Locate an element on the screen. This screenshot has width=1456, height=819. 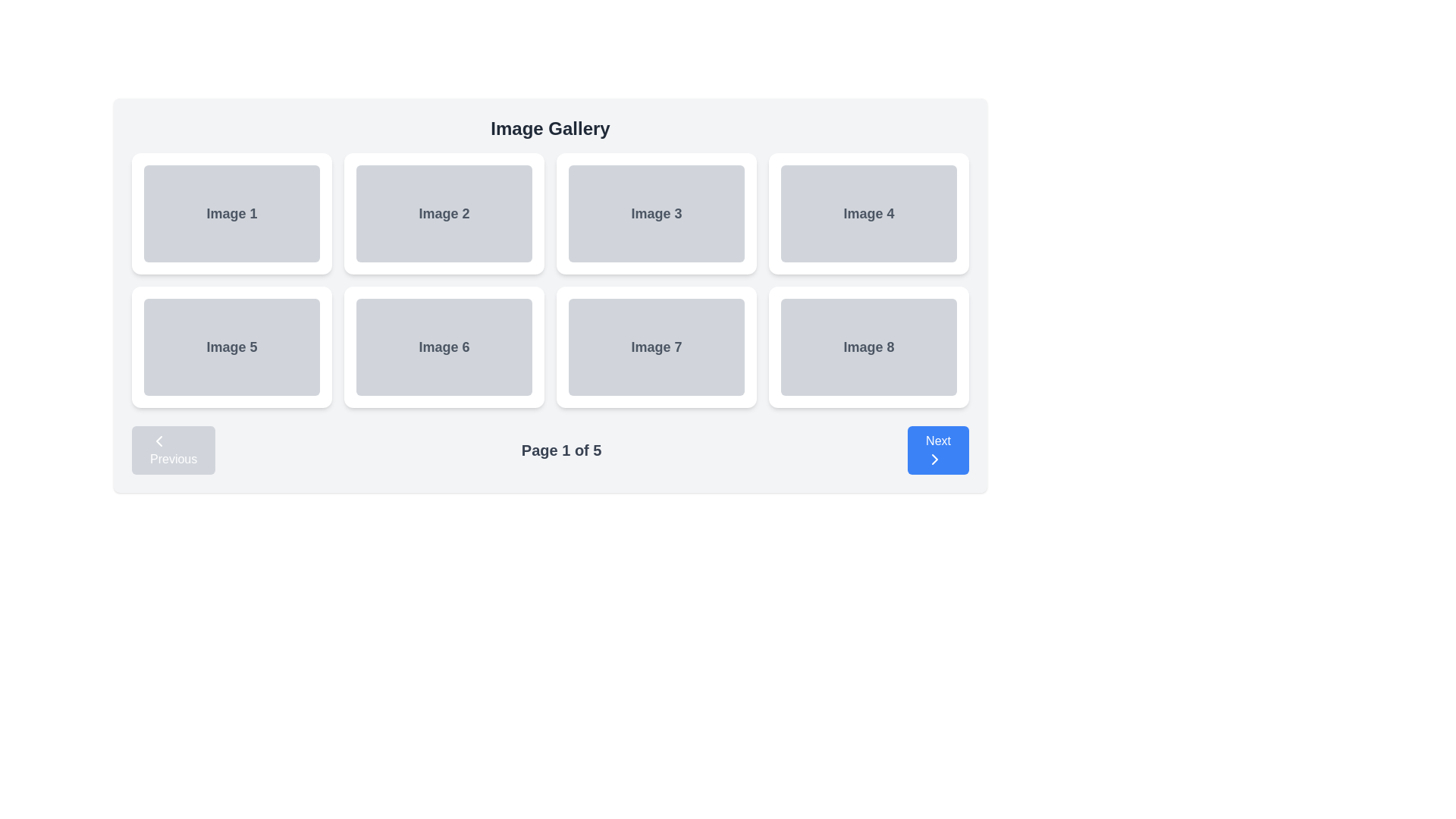
the Gallery tile labeled 'Image 8' which has a light gray background and rounded corners, located in the second row and fourth column of a 4x2 grid layout is located at coordinates (869, 347).